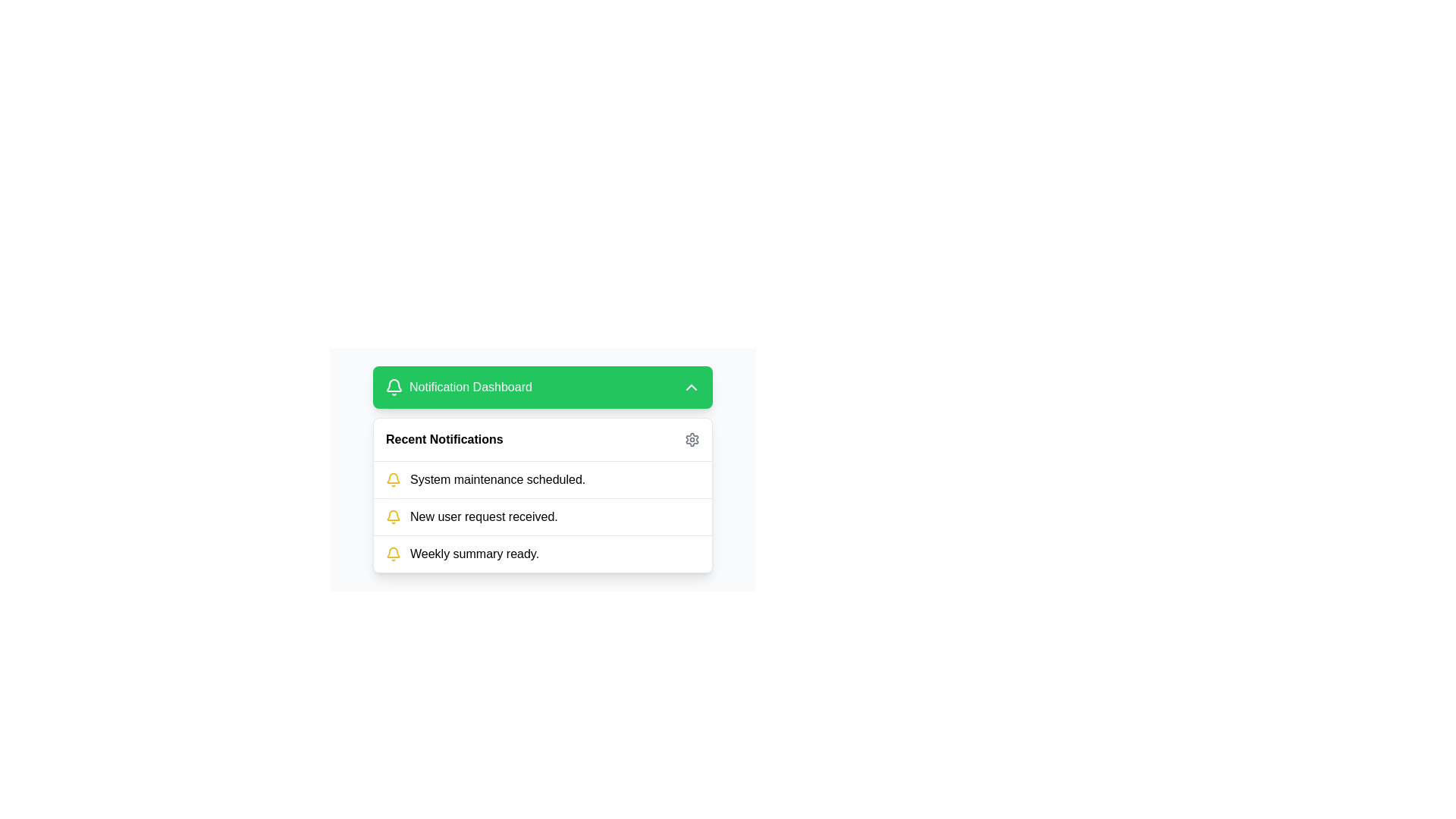  Describe the element at coordinates (393, 479) in the screenshot. I see `the notification icon indicating 'System maintenance scheduled.' in the first notification entry of the list view` at that location.